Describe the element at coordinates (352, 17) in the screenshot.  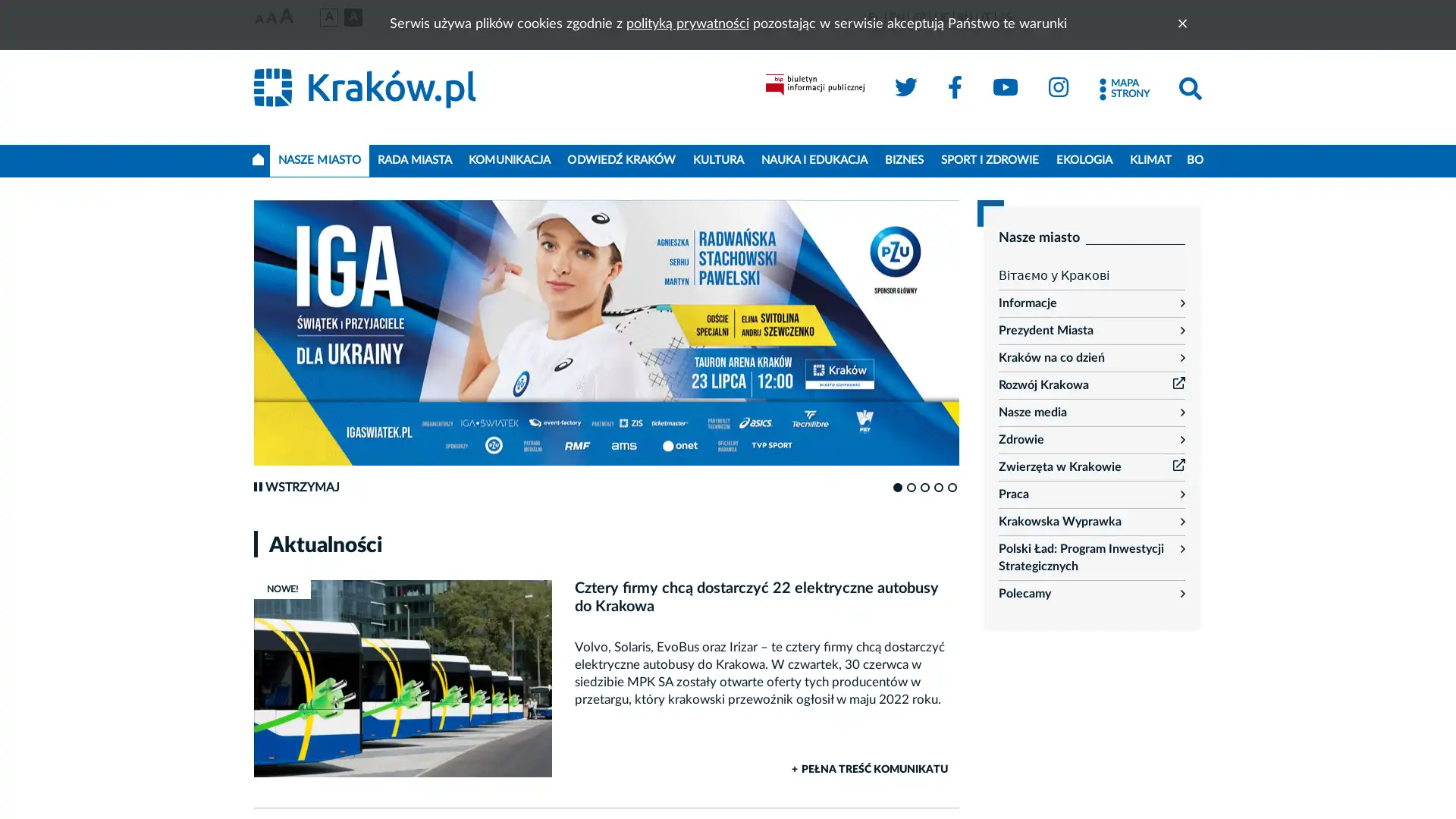
I see `Wersja czarno-zota` at that location.